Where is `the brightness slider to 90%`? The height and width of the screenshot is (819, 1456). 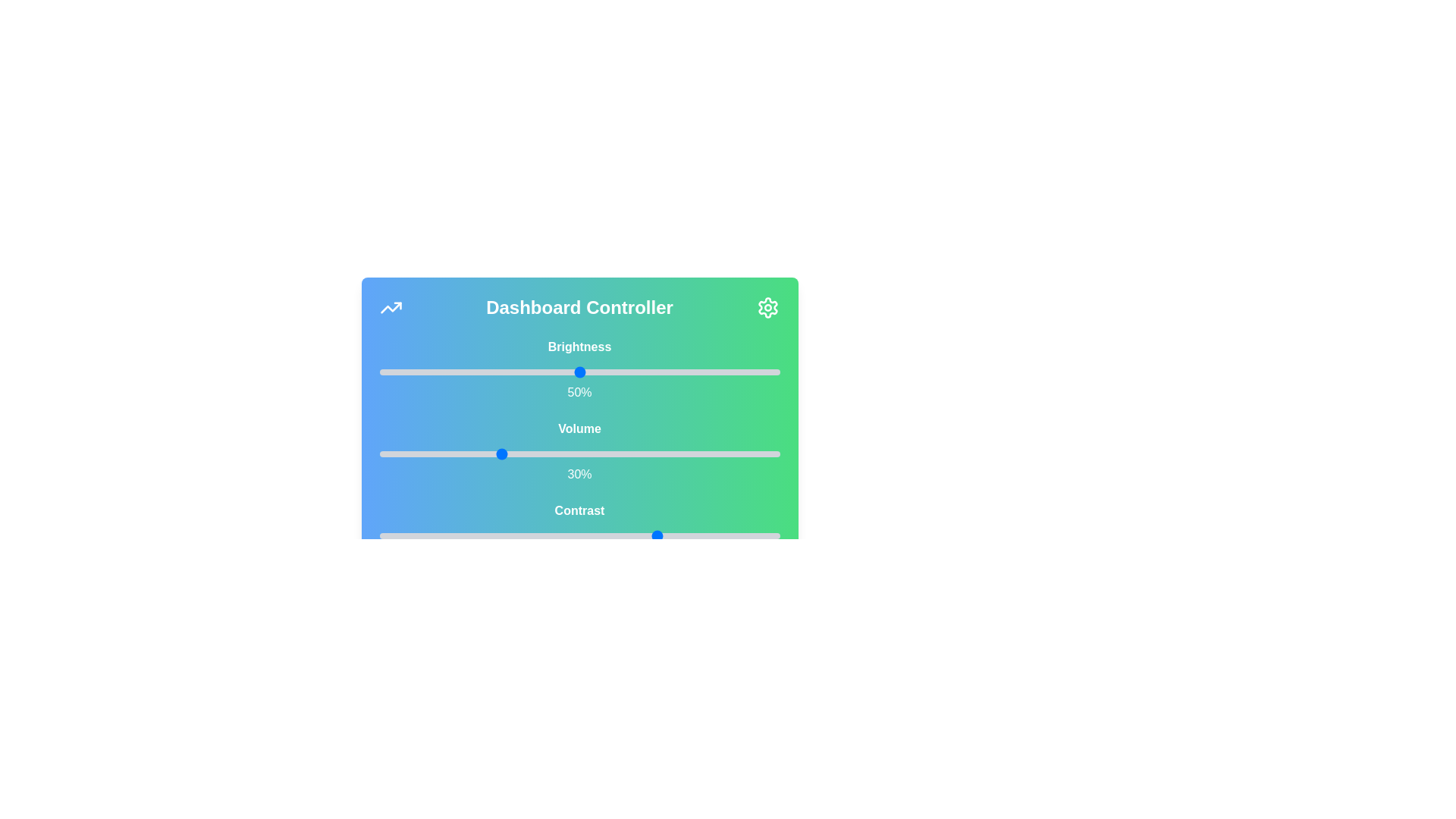
the brightness slider to 90% is located at coordinates (739, 372).